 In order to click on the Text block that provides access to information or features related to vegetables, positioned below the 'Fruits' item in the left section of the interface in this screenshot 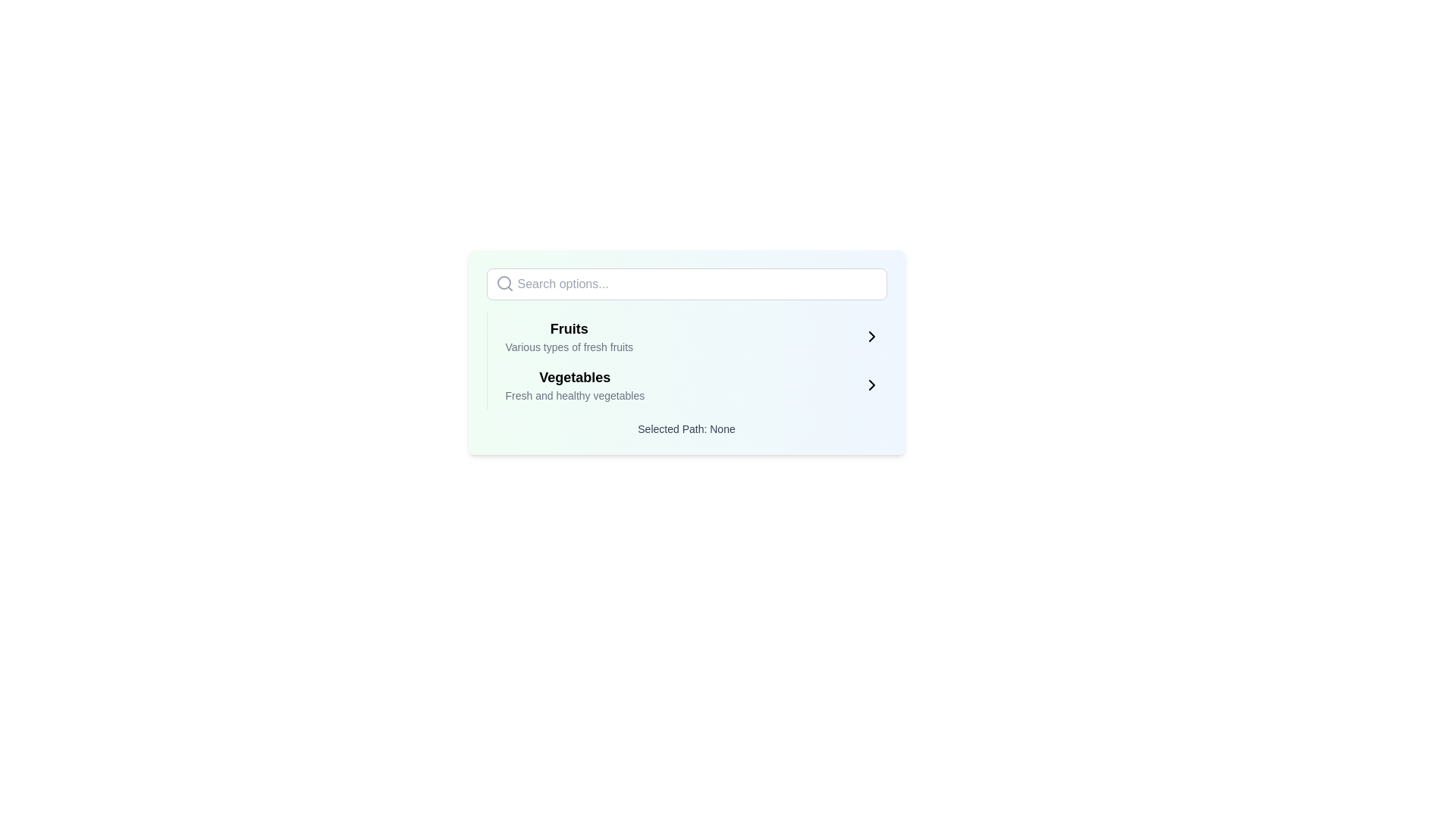, I will do `click(574, 384)`.